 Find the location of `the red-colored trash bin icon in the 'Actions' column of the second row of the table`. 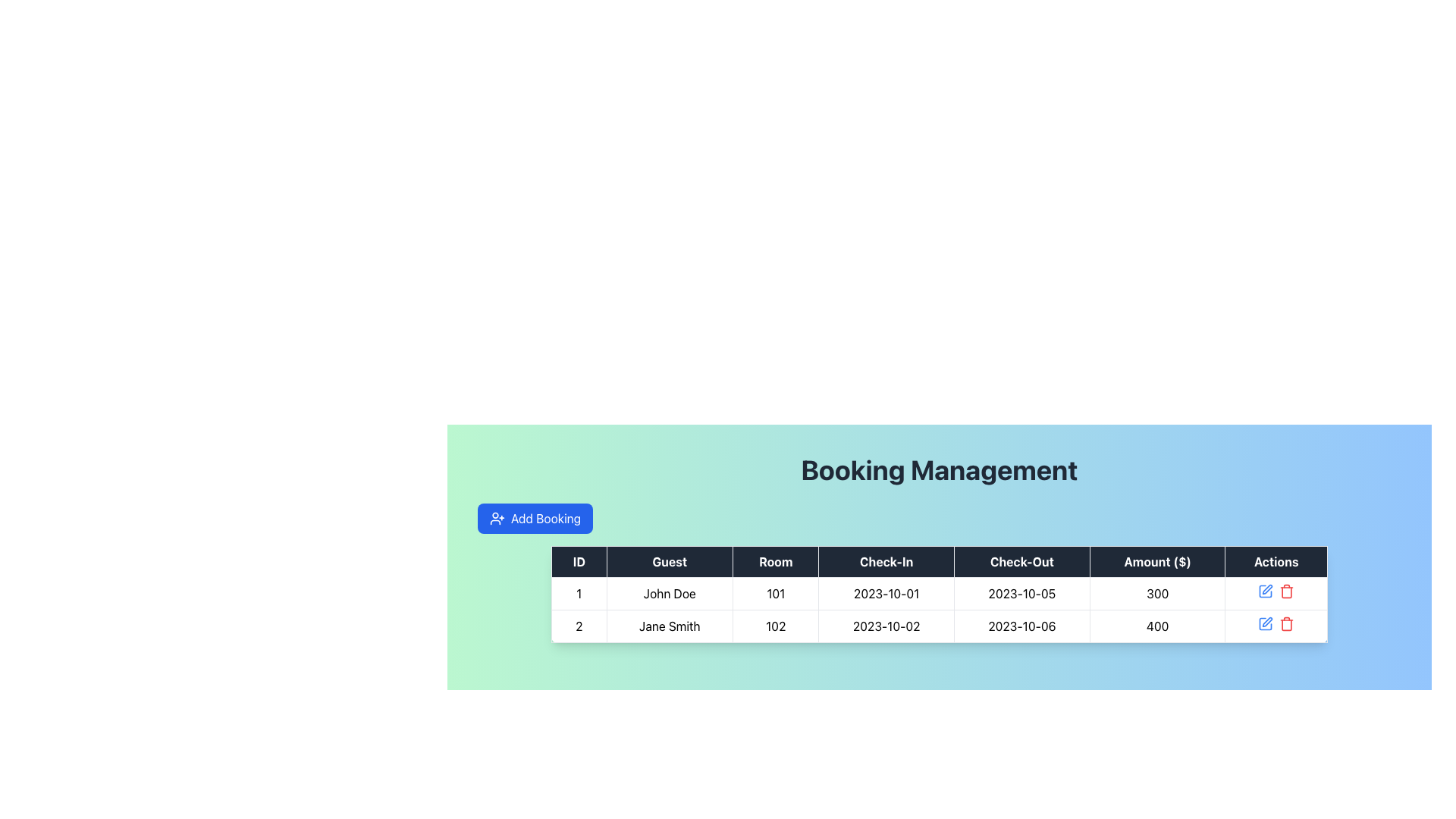

the red-colored trash bin icon in the 'Actions' column of the second row of the table is located at coordinates (1286, 590).